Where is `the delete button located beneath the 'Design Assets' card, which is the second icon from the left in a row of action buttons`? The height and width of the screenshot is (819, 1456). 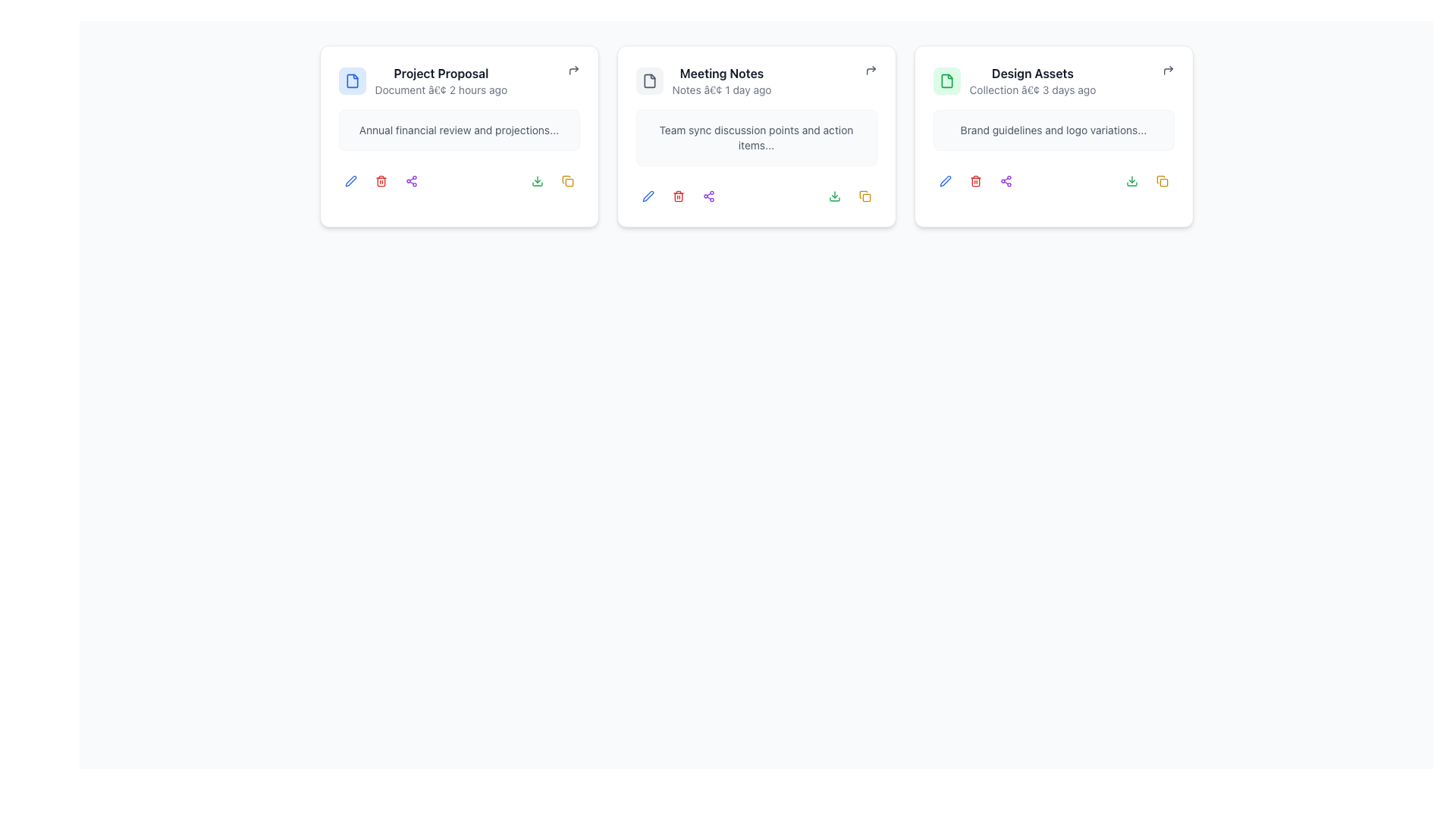 the delete button located beneath the 'Design Assets' card, which is the second icon from the left in a row of action buttons is located at coordinates (975, 180).